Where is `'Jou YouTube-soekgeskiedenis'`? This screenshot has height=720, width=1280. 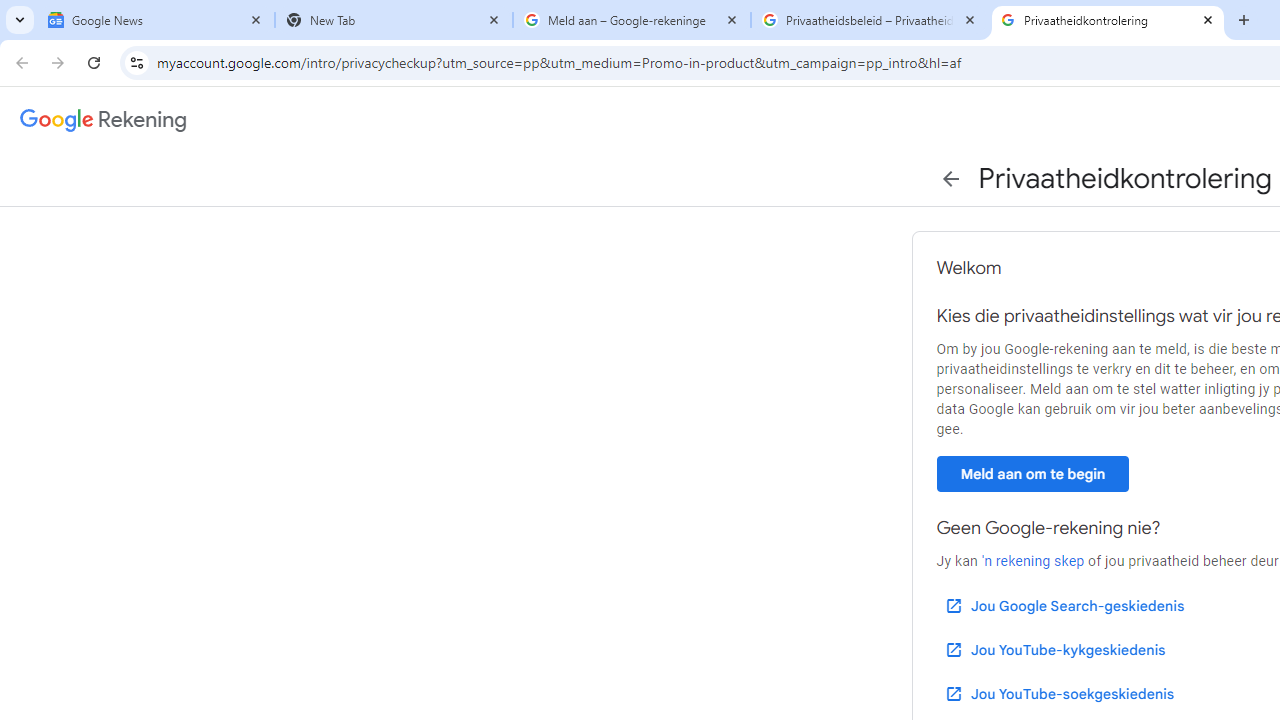
'Jou YouTube-soekgeskiedenis' is located at coordinates (1057, 693).